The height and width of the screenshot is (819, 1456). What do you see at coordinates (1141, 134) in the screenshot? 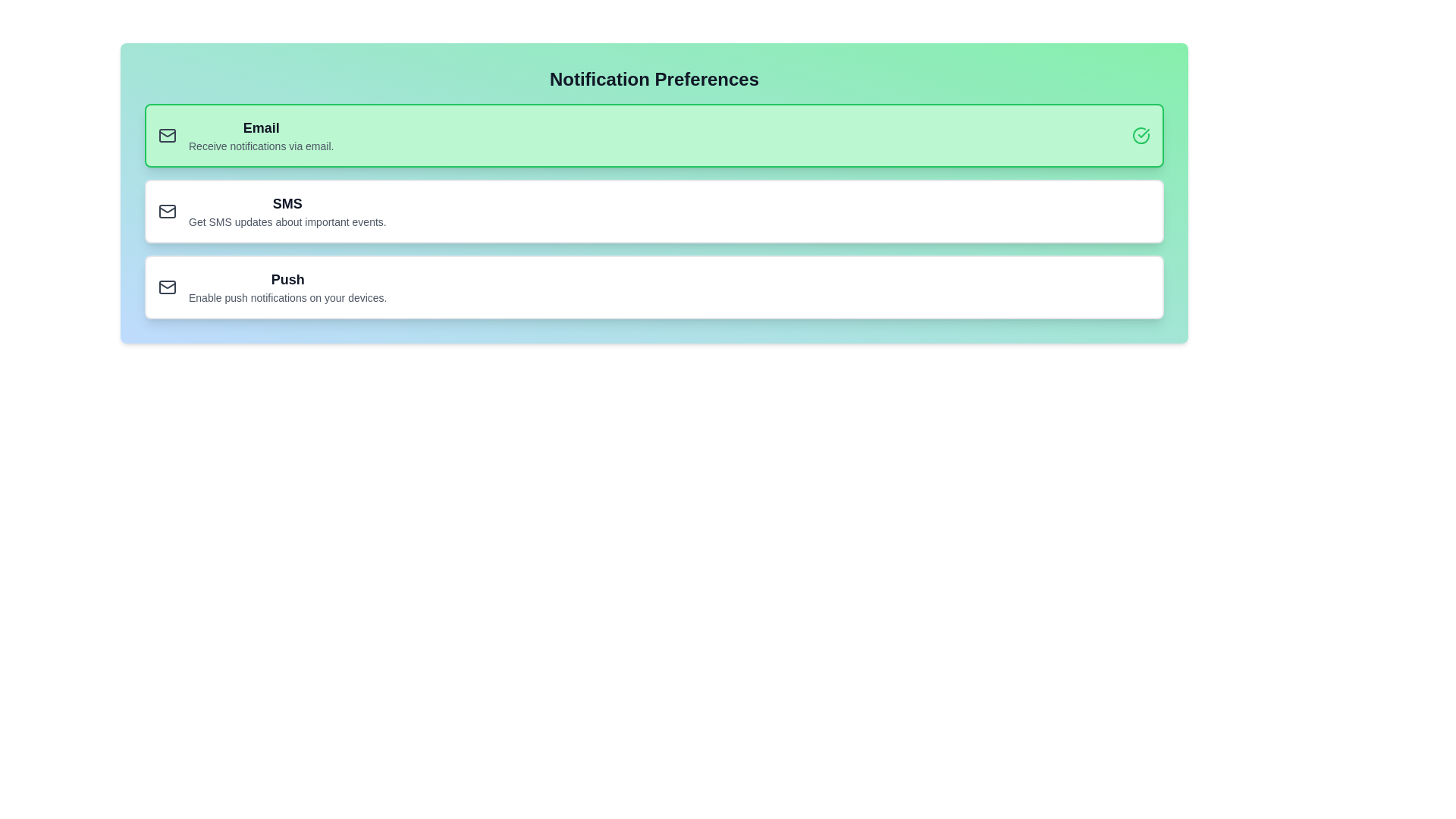
I see `the Status icon located on the far right within the green-highlighted 'Email' option box, which indicates that the associated notification preference is selected or enabled` at bounding box center [1141, 134].